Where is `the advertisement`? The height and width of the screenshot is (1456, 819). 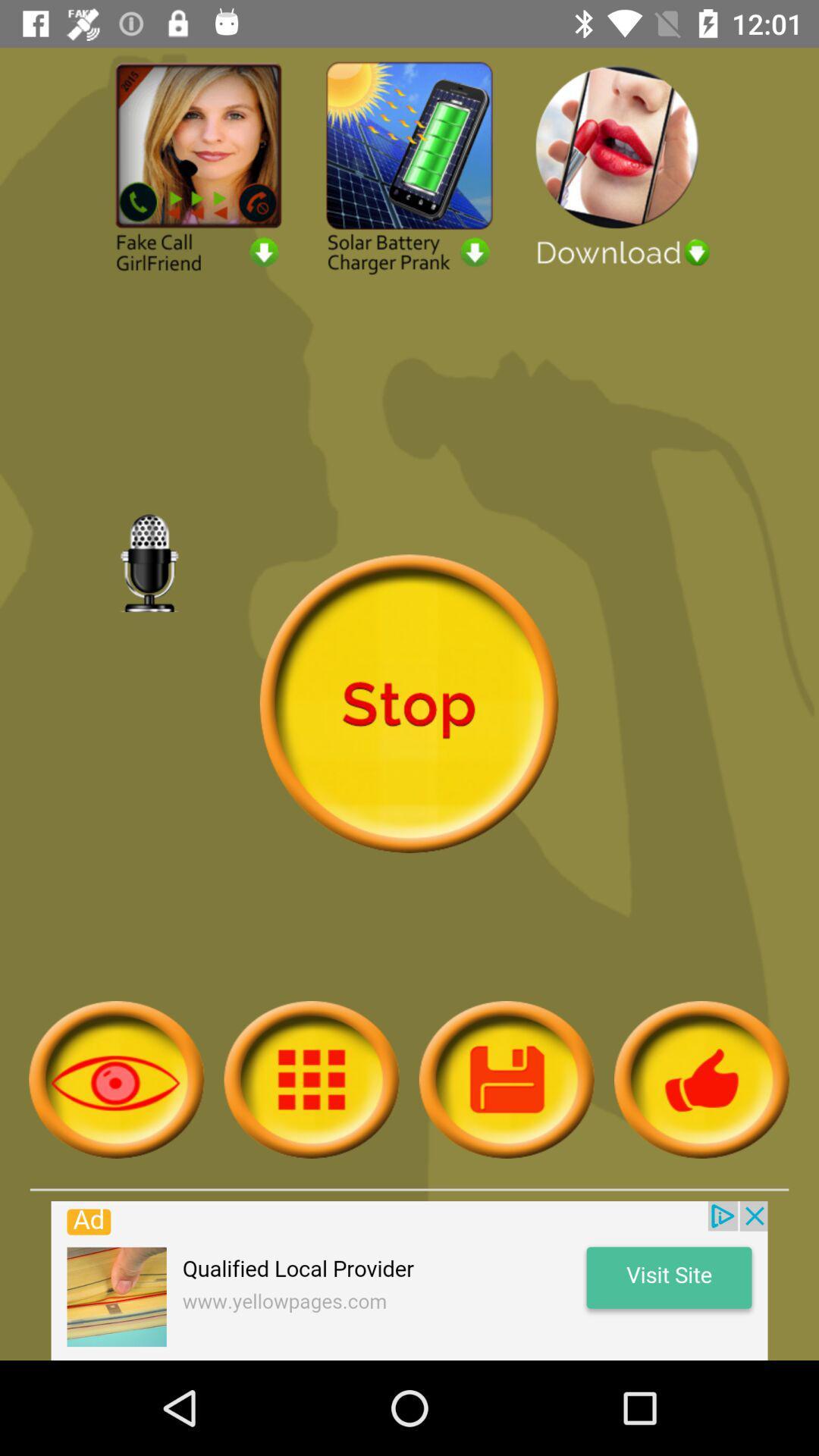 the advertisement is located at coordinates (409, 1280).